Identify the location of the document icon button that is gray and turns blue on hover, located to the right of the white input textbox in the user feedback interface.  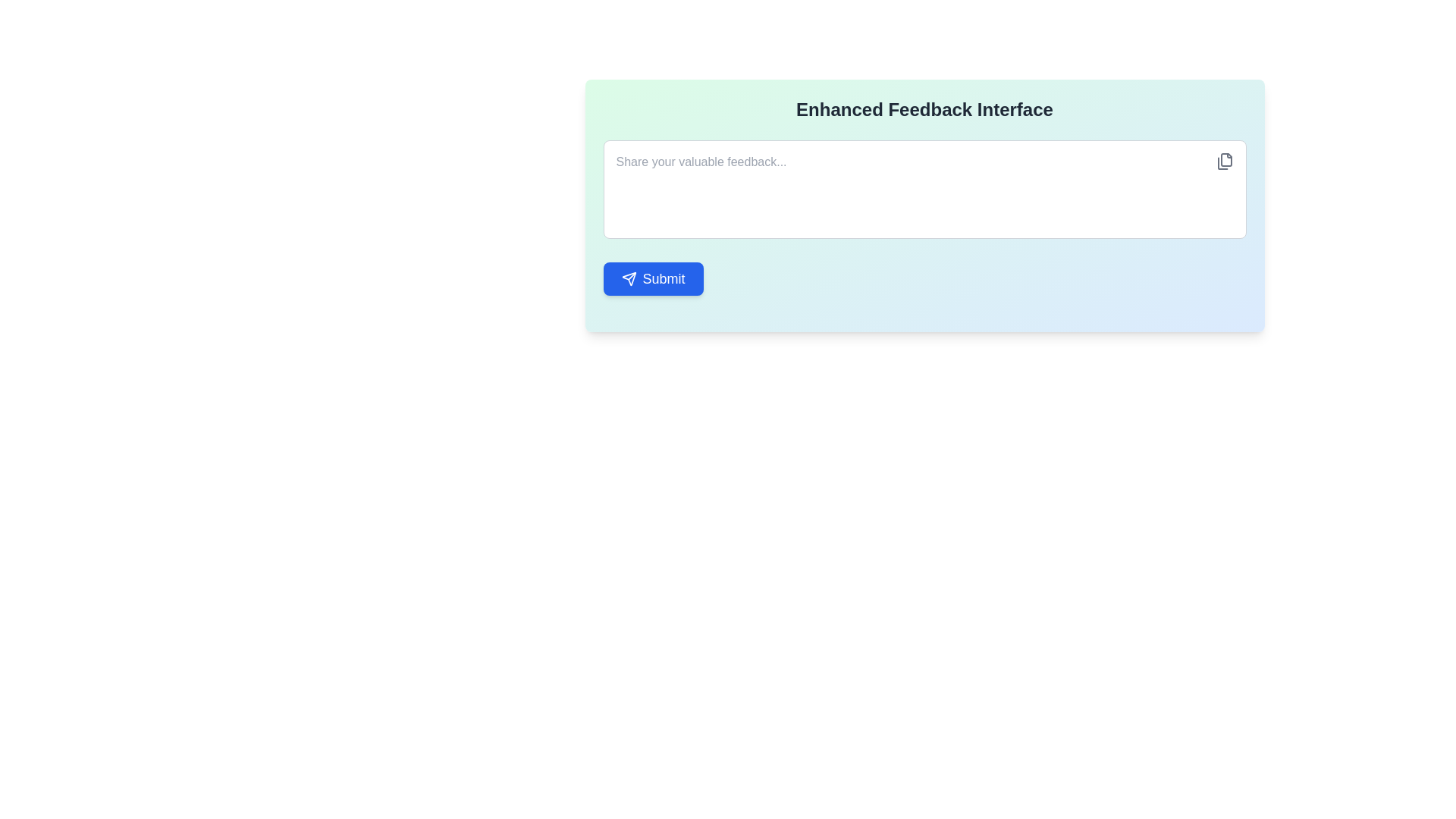
(1225, 161).